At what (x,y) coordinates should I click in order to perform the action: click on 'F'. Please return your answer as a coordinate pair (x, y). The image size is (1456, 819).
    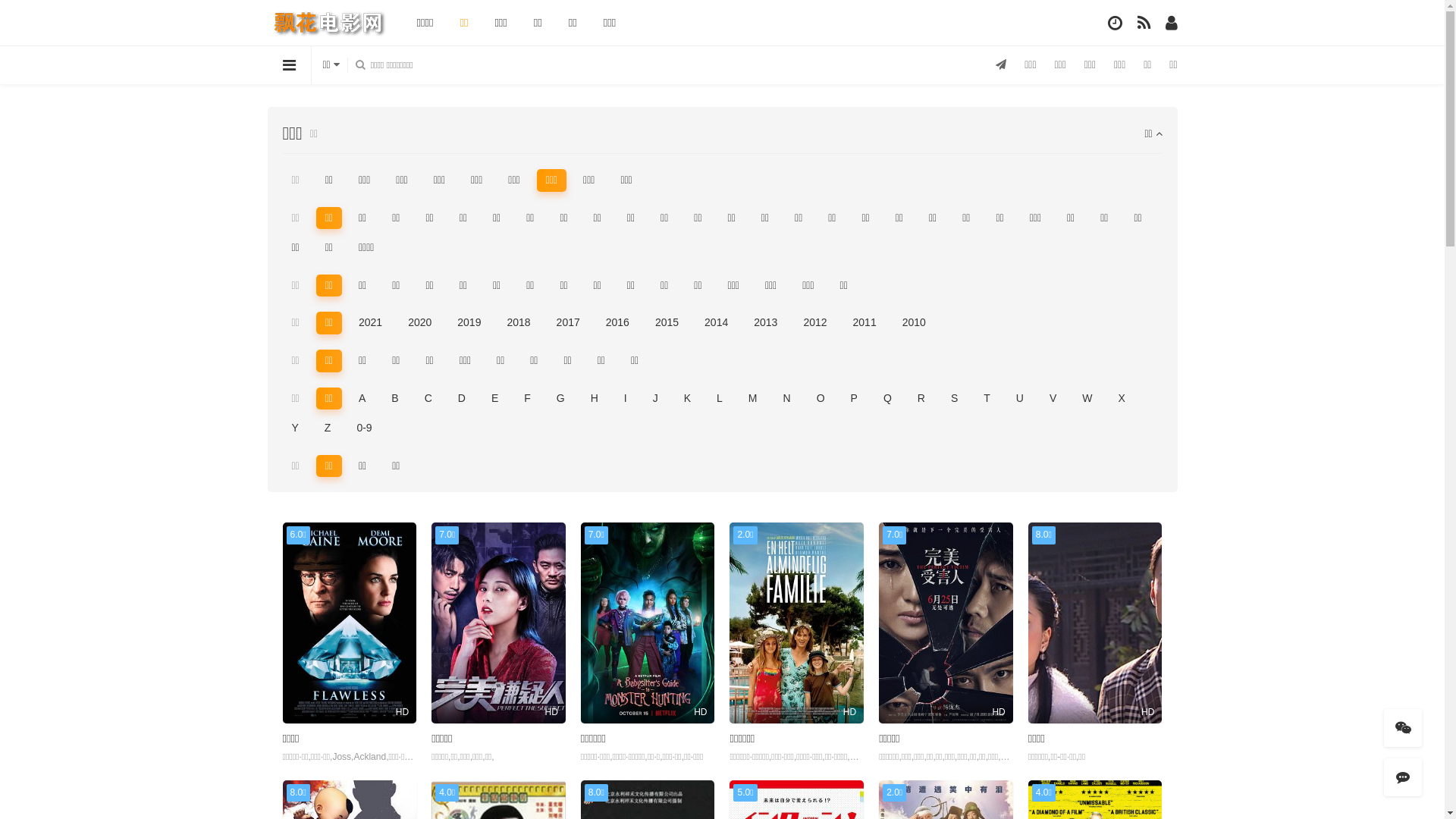
    Looking at the image, I should click on (527, 397).